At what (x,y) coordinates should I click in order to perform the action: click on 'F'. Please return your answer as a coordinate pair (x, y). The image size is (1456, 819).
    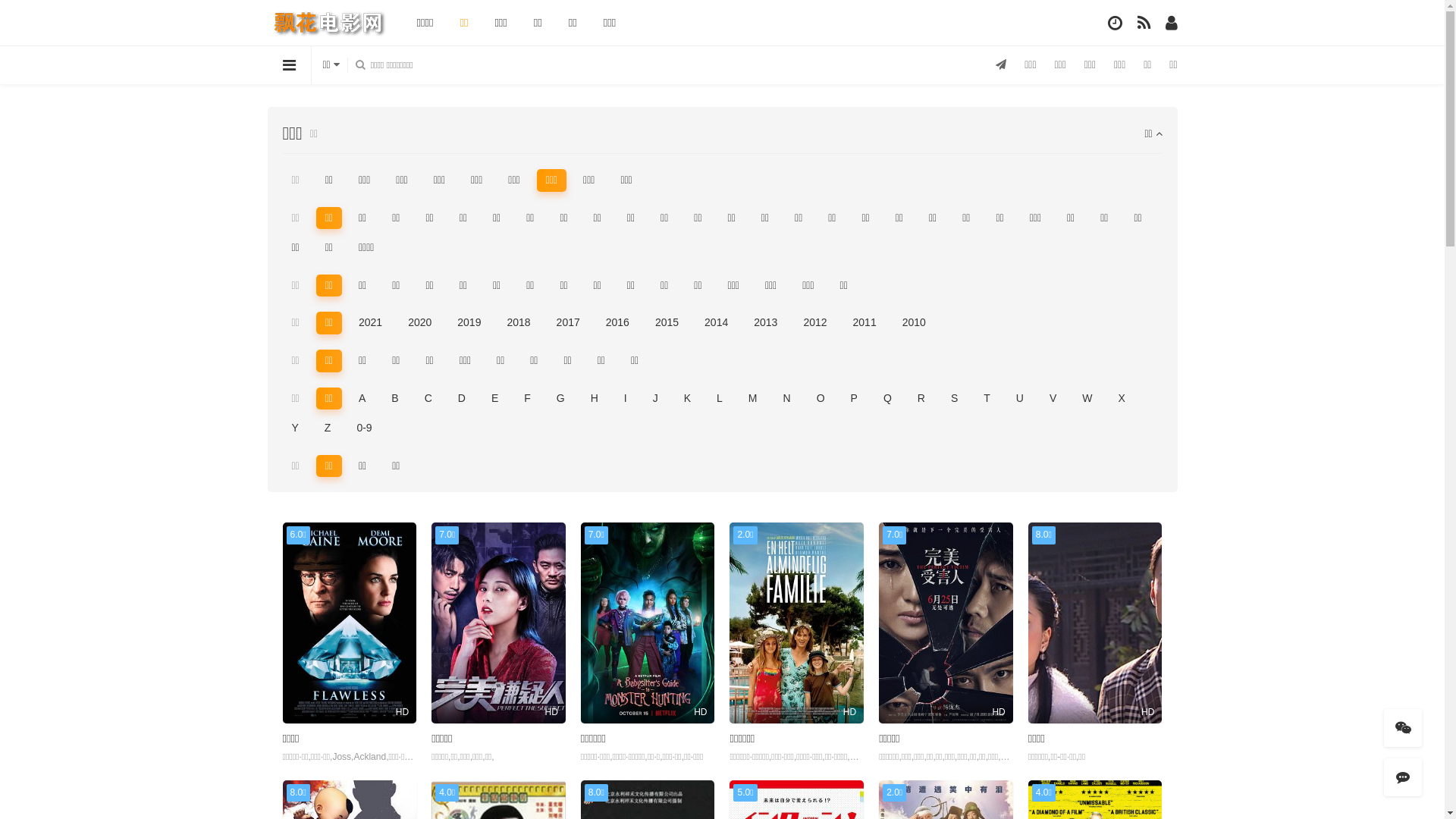
    Looking at the image, I should click on (527, 397).